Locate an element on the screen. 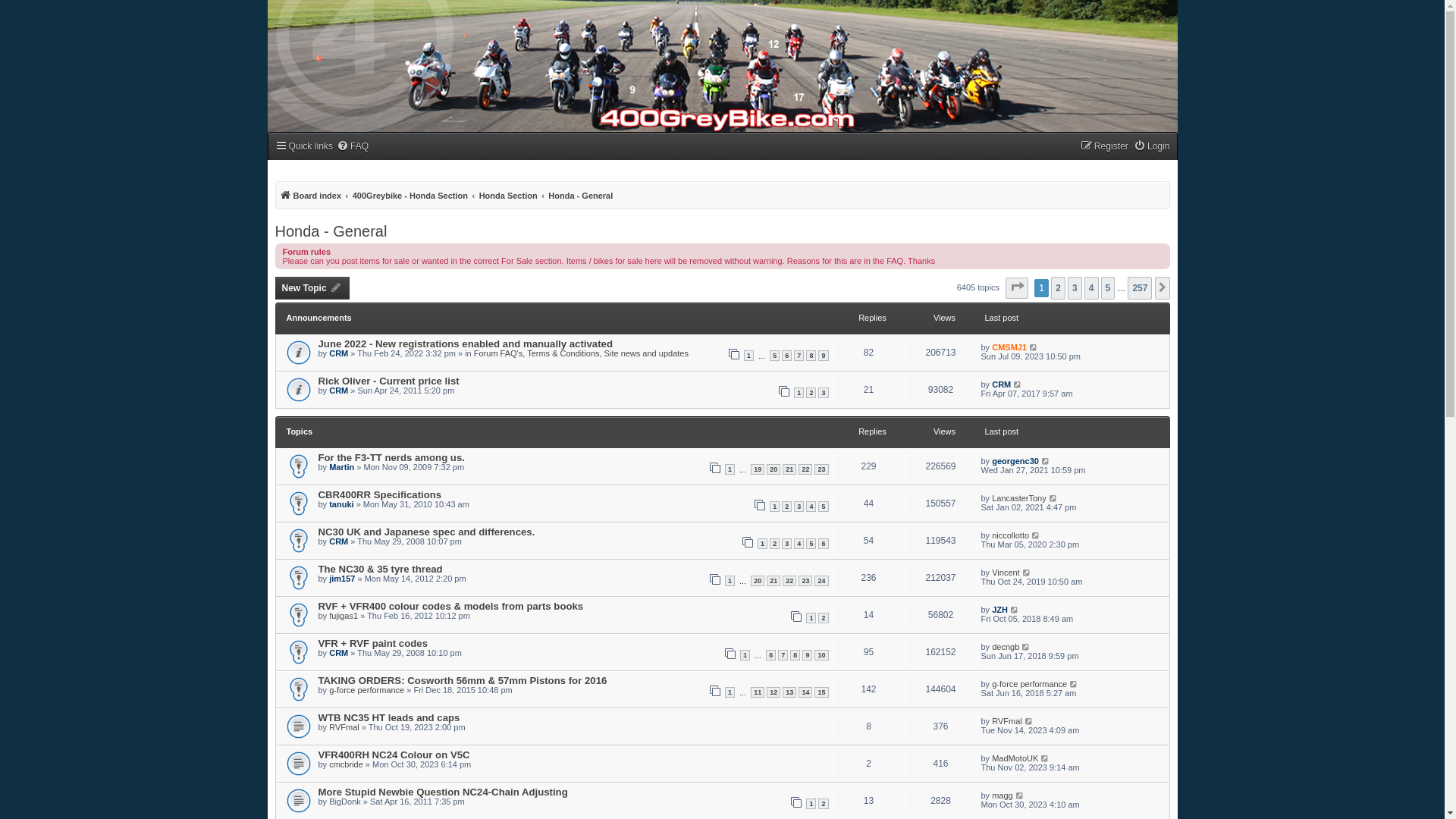 This screenshot has height=819, width=1456. 'Login' is located at coordinates (1151, 146).